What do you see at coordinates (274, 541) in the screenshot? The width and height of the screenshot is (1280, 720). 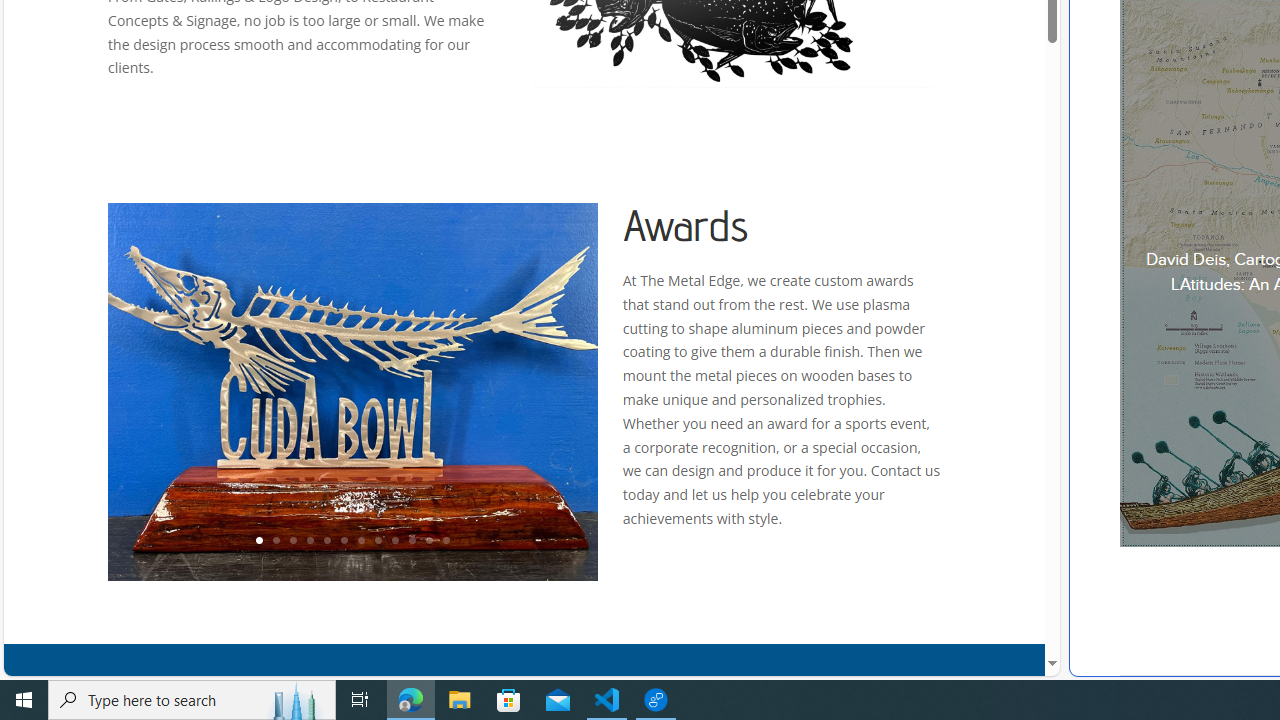 I see `'2'` at bounding box center [274, 541].